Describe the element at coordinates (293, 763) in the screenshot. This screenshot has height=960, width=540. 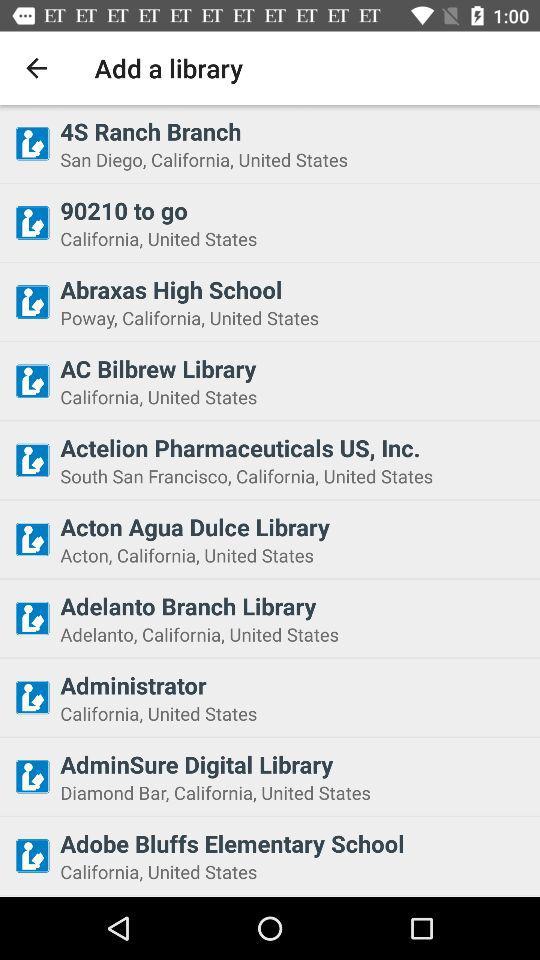
I see `the item above the diamond bar california` at that location.